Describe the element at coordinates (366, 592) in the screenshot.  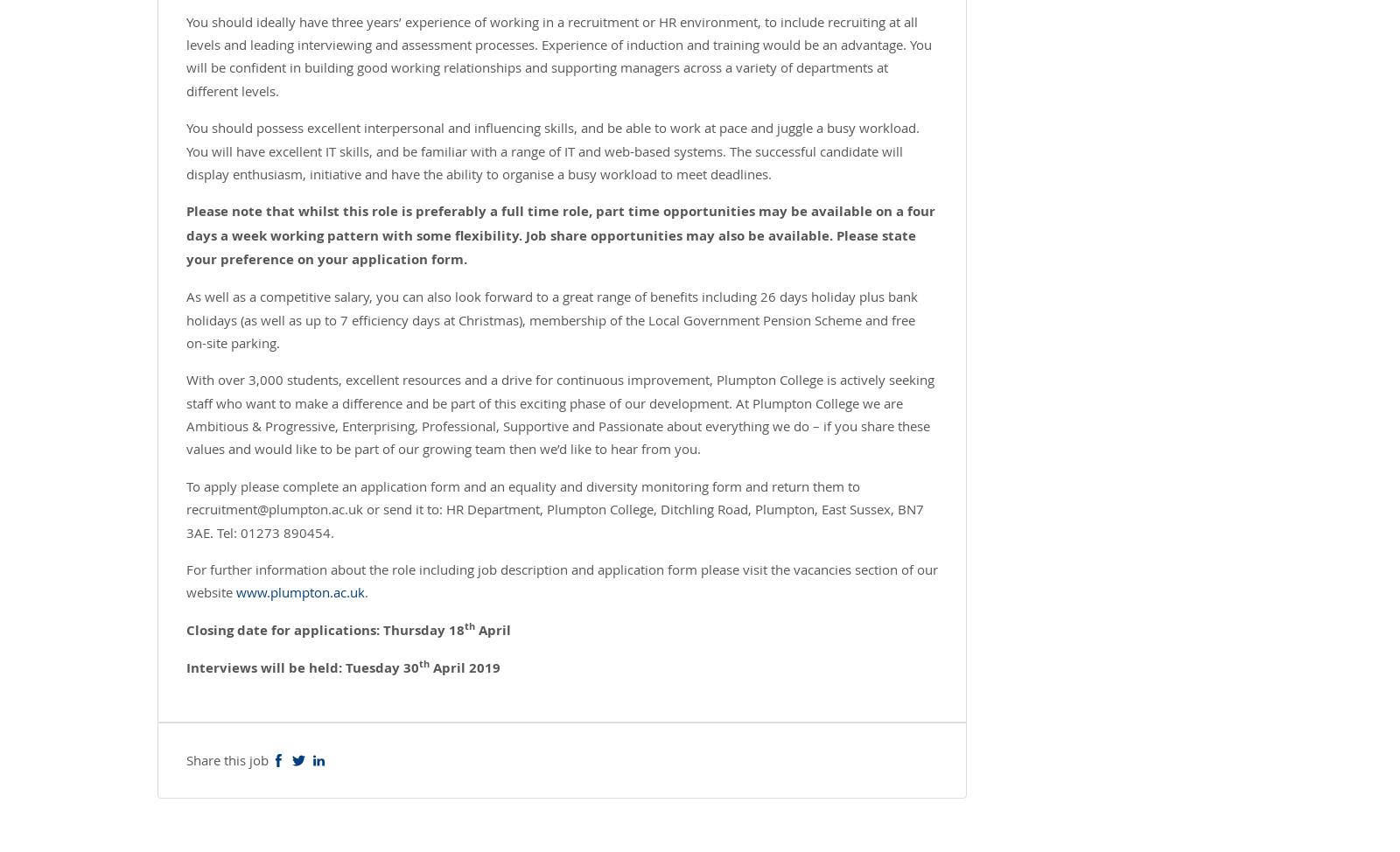
I see `'.'` at that location.